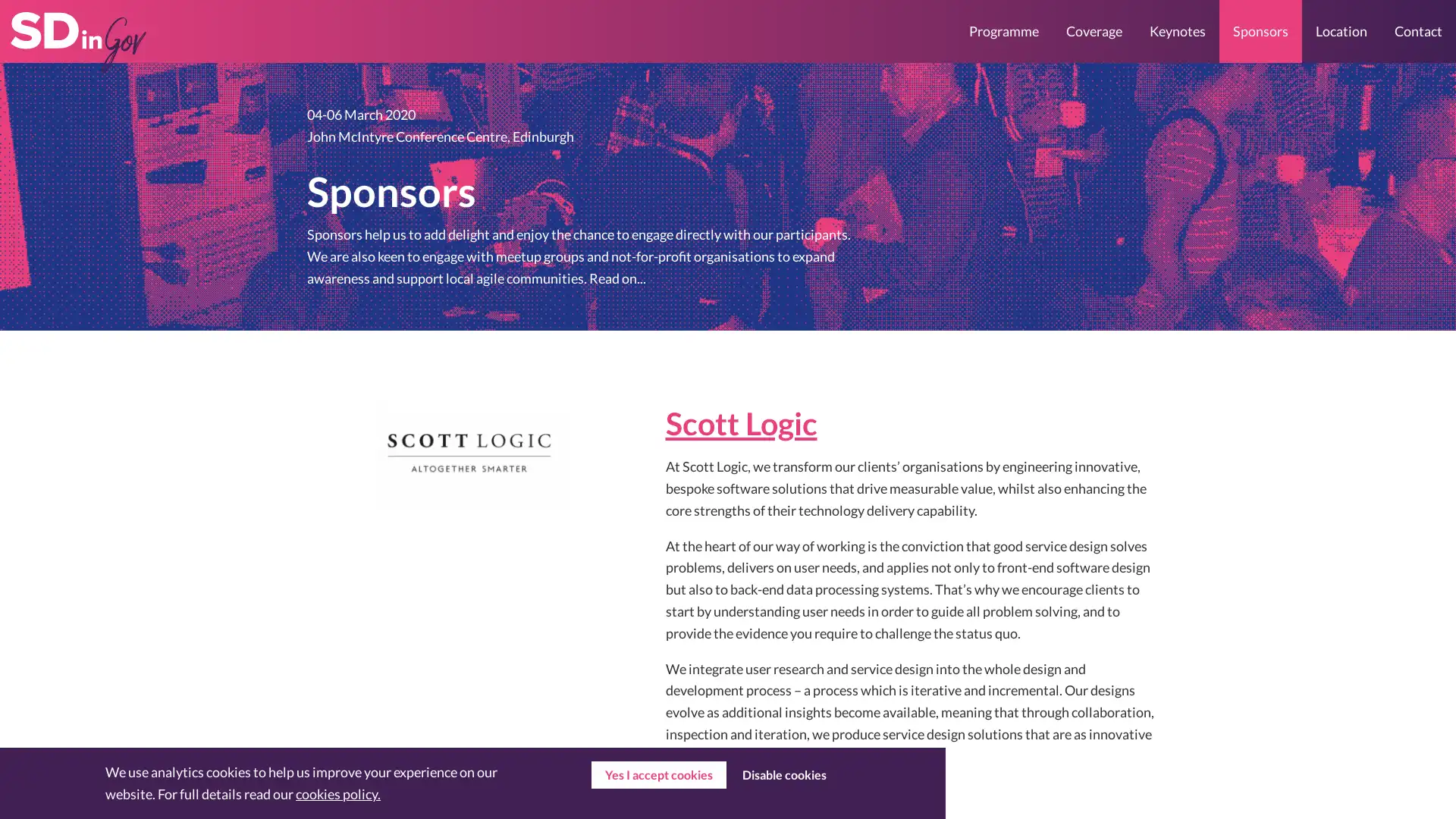 This screenshot has height=819, width=1456. I want to click on Yes I accept cookies, so click(658, 775).